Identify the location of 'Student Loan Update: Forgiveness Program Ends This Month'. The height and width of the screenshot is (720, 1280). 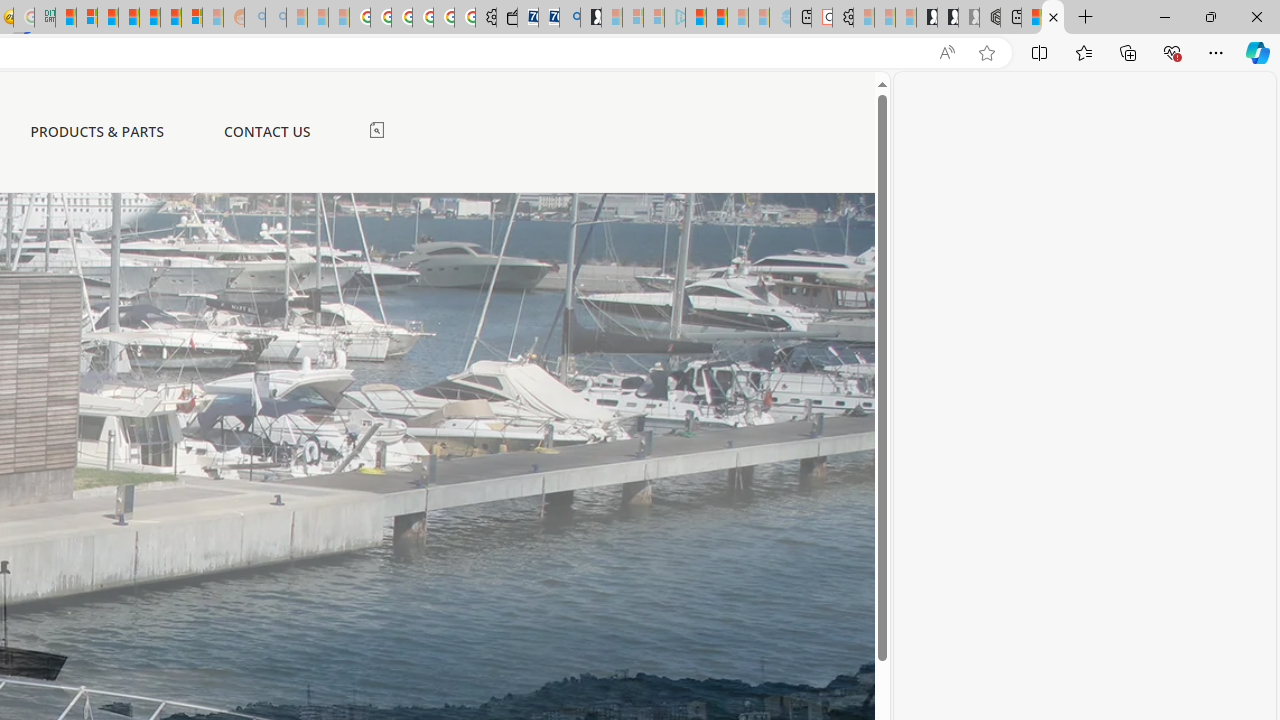
(128, 17).